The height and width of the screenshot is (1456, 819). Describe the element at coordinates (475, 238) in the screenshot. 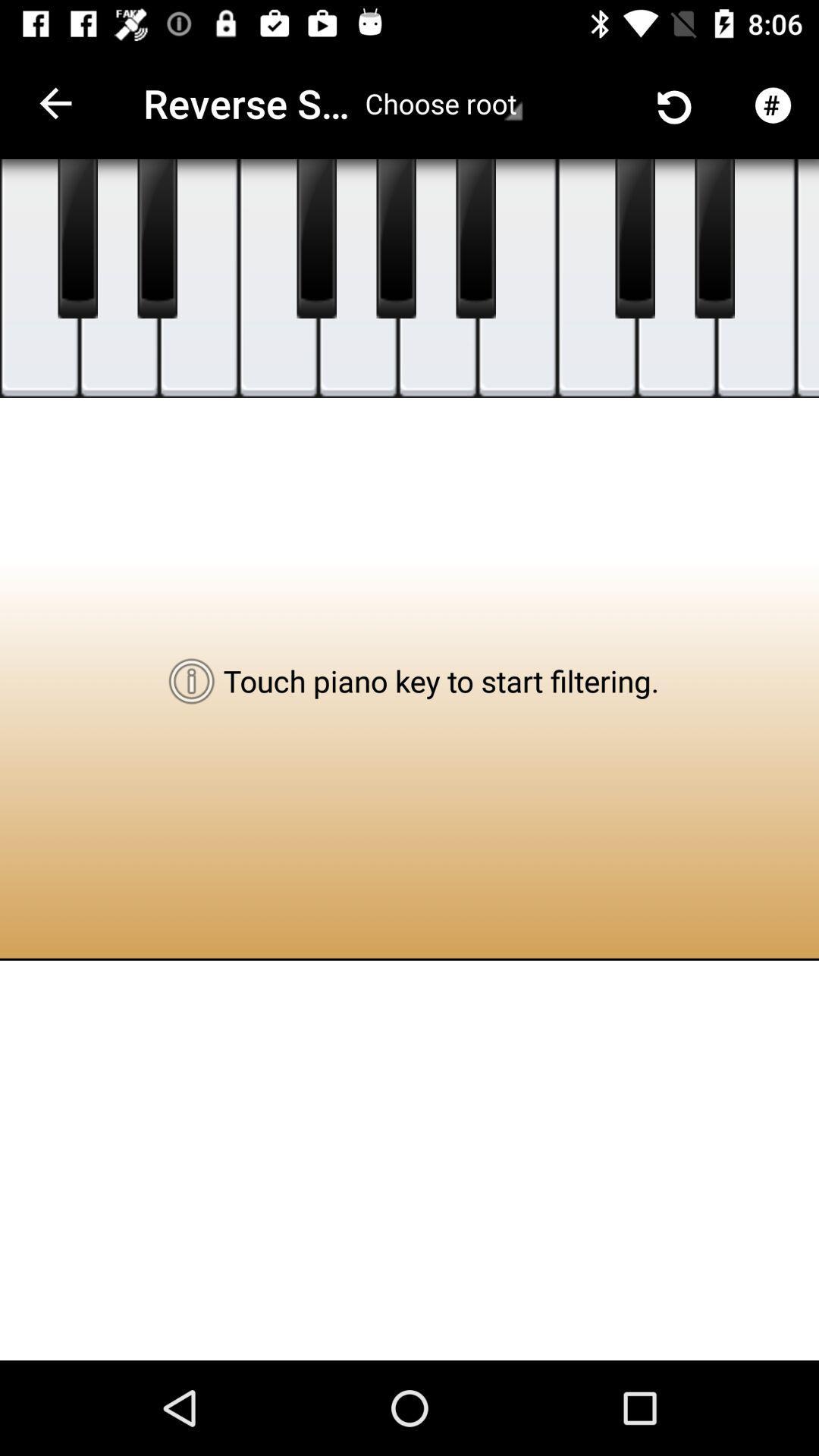

I see `the third black piano key from right side` at that location.